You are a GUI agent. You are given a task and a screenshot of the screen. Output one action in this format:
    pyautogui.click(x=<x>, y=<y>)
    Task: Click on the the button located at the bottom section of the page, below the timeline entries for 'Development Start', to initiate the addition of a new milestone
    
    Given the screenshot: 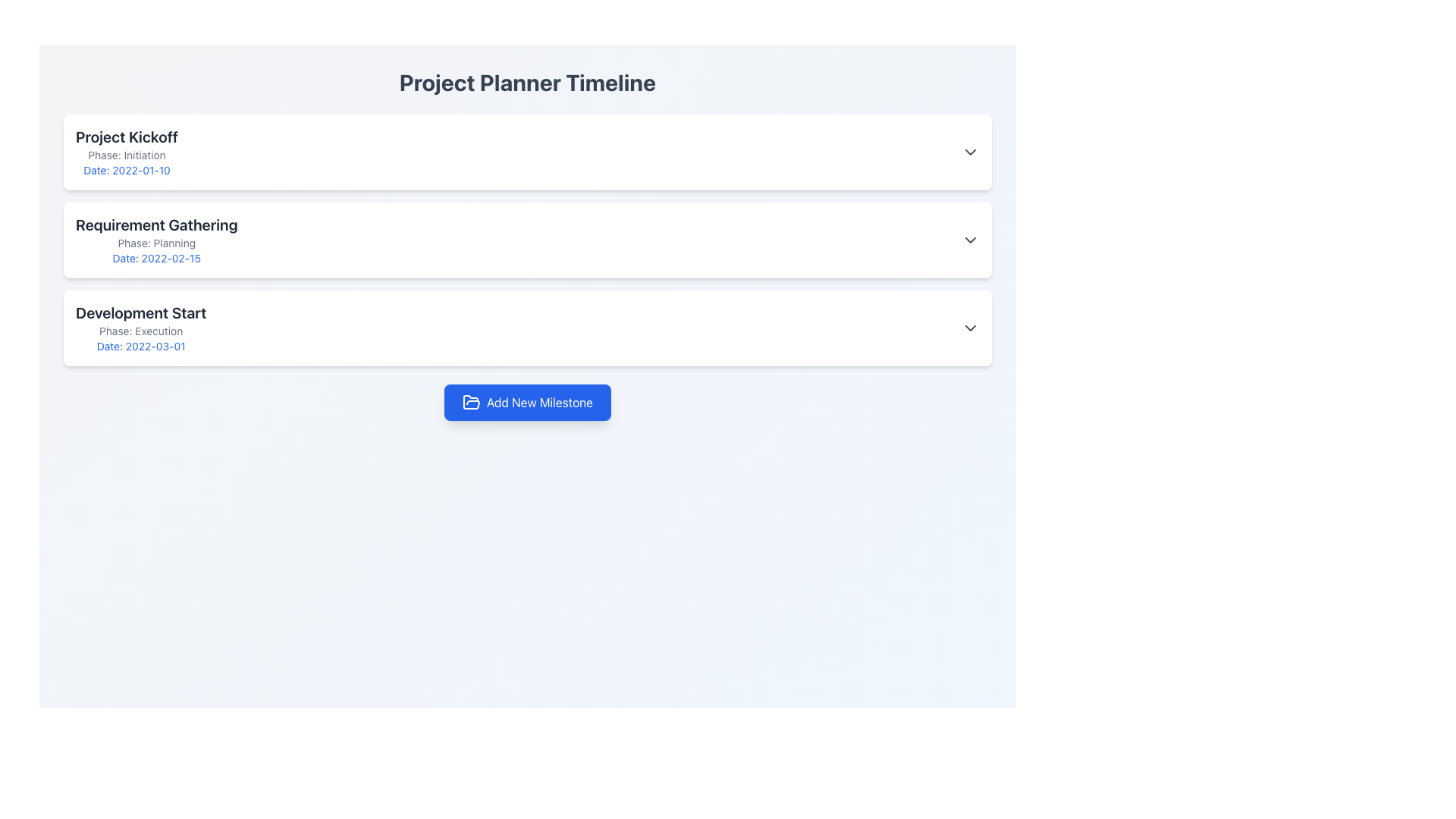 What is the action you would take?
    pyautogui.click(x=528, y=402)
    